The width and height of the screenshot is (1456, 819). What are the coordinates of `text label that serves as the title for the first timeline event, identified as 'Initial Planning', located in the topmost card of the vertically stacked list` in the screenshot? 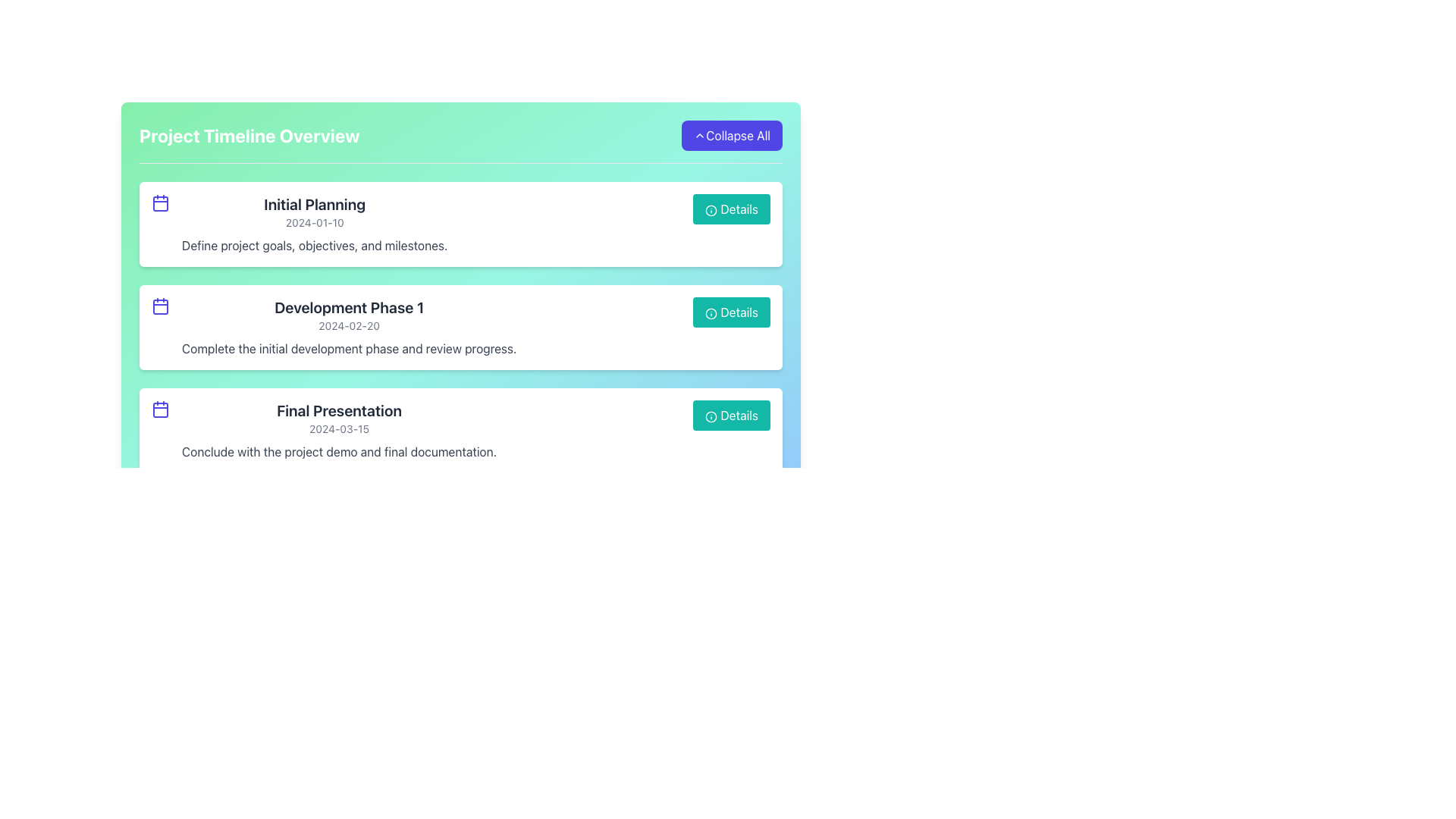 It's located at (314, 205).